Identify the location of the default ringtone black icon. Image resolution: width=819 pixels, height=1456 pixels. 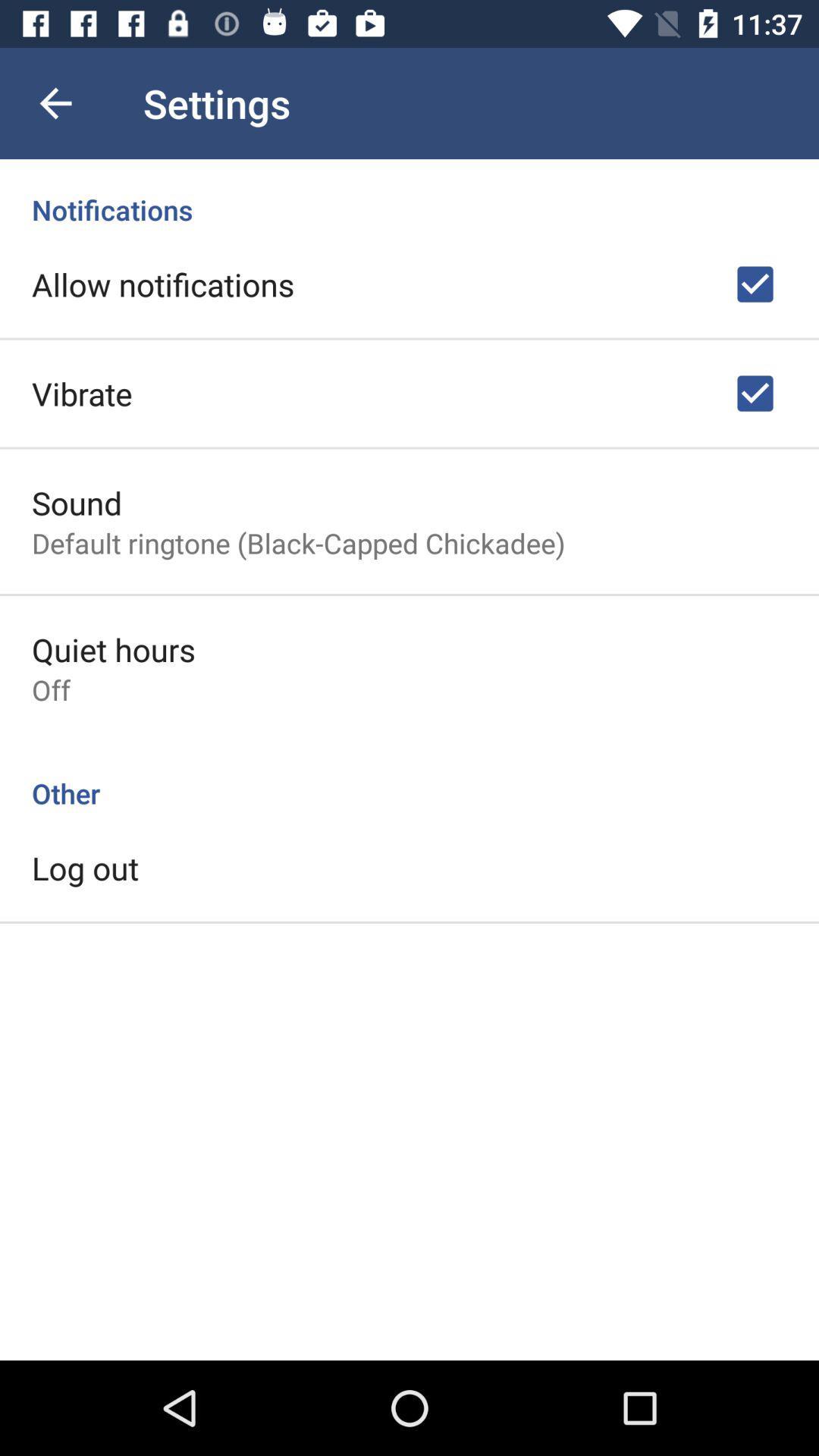
(298, 543).